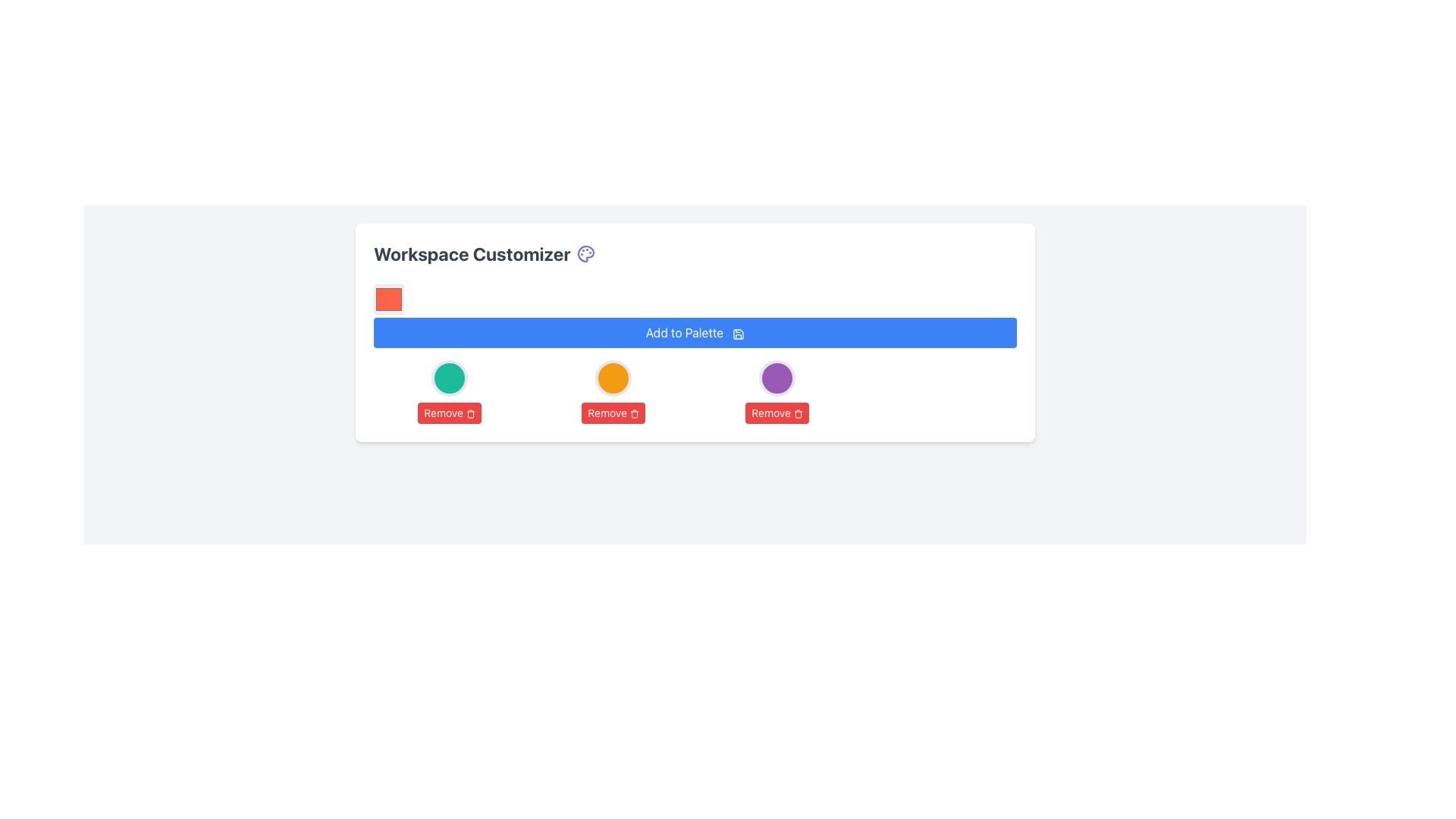 The height and width of the screenshot is (819, 1456). I want to click on the trash icon within the red 'Remove' button, which visually represents the delete action, so click(469, 414).